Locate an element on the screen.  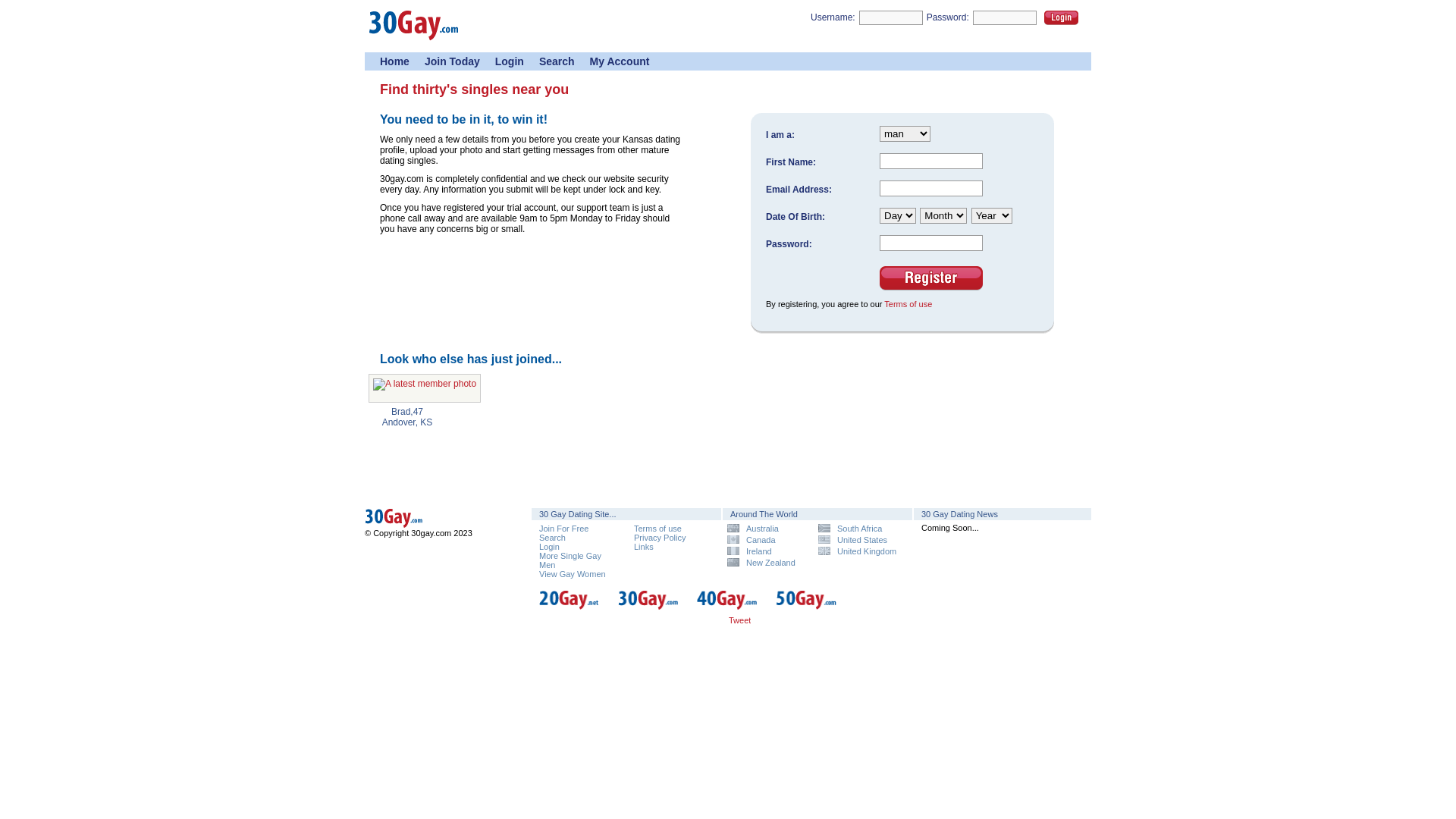
'Login' is located at coordinates (1043, 17).